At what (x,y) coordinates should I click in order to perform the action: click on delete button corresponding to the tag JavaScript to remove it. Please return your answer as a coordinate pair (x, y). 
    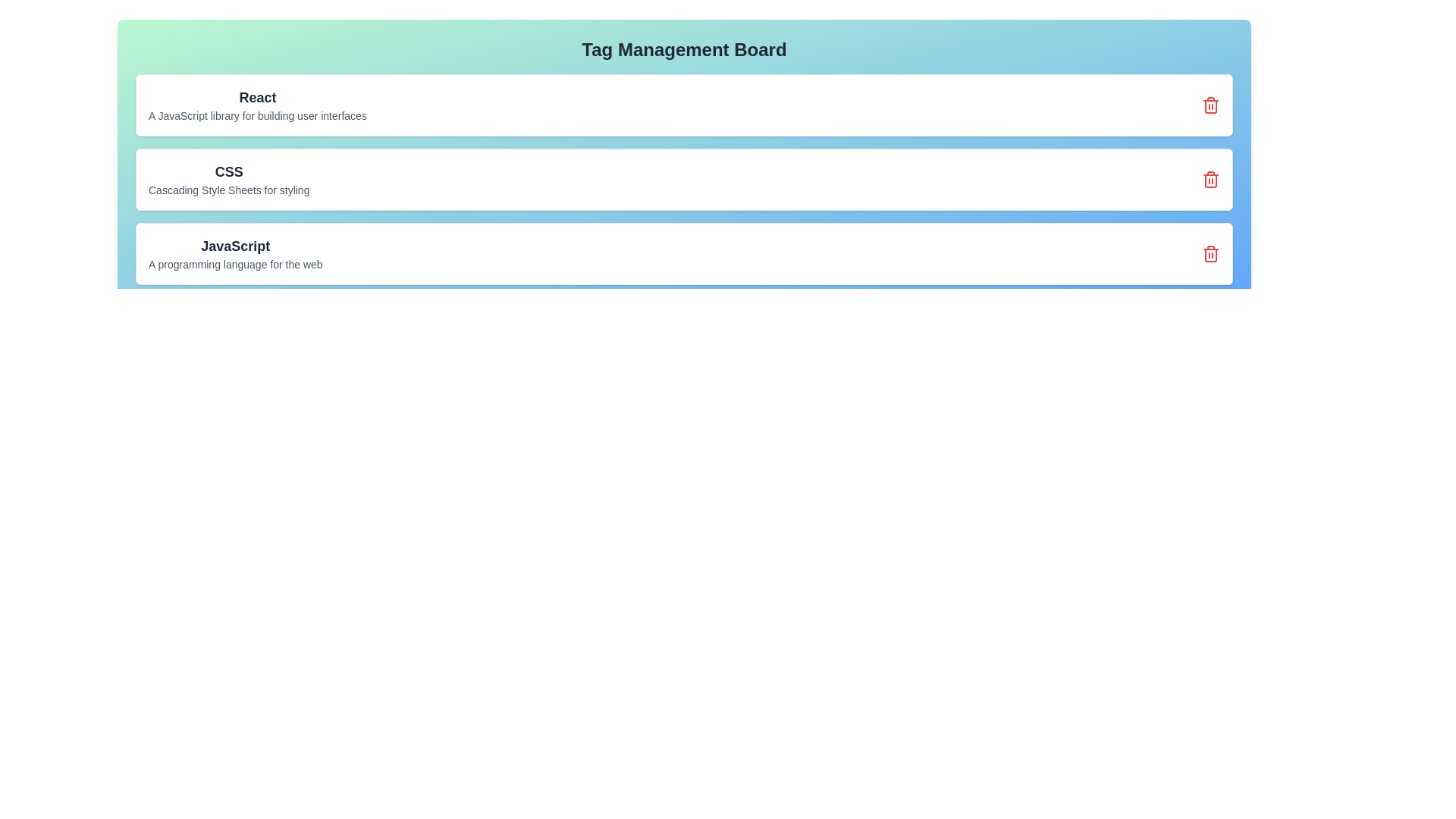
    Looking at the image, I should click on (1210, 253).